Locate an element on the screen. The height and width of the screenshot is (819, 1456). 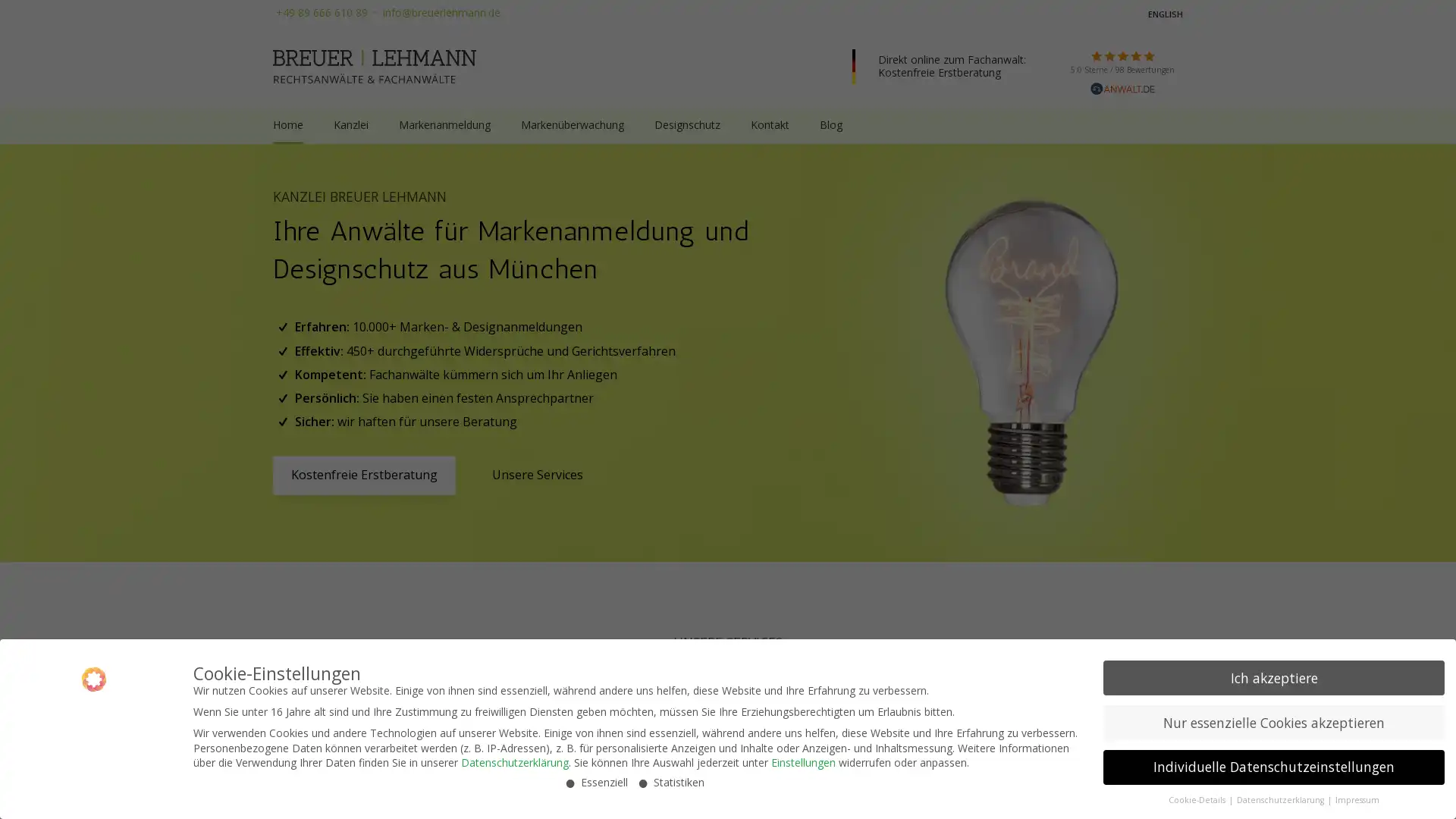
Individuelle Datenschutzeinstellungen is located at coordinates (1274, 767).